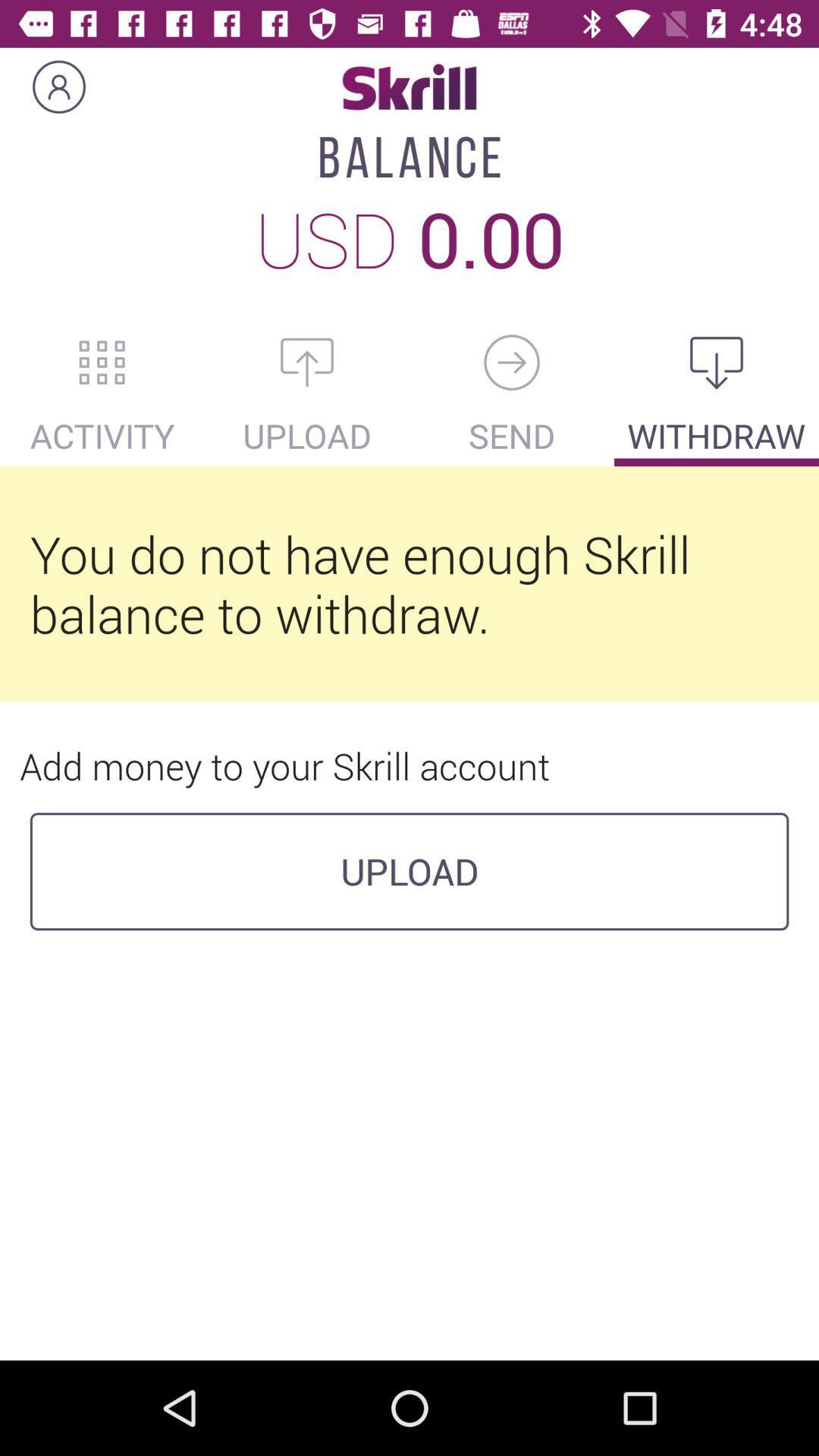 The width and height of the screenshot is (819, 1456). I want to click on next, so click(512, 362).